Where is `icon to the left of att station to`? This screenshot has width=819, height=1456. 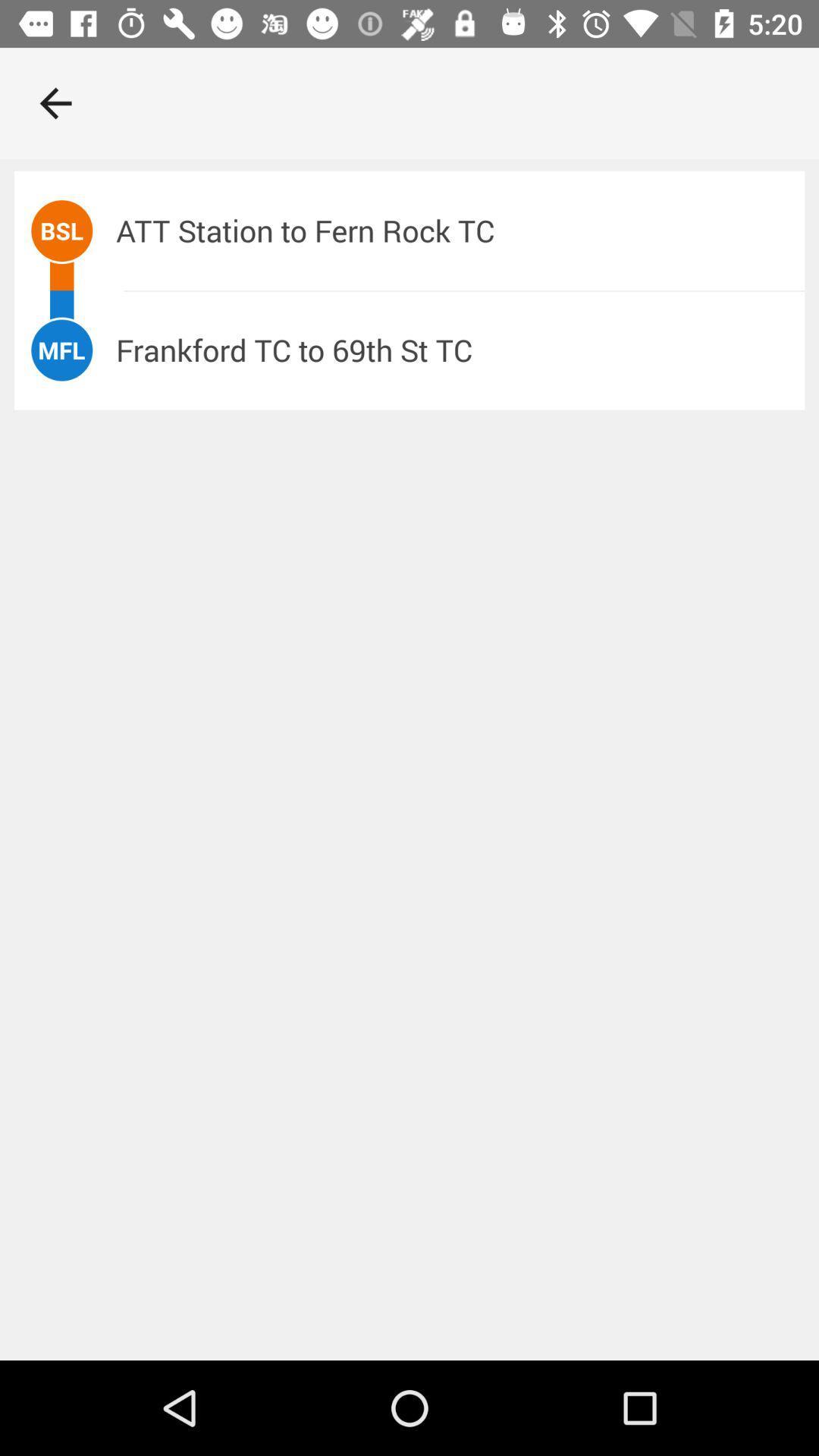
icon to the left of att station to is located at coordinates (61, 230).